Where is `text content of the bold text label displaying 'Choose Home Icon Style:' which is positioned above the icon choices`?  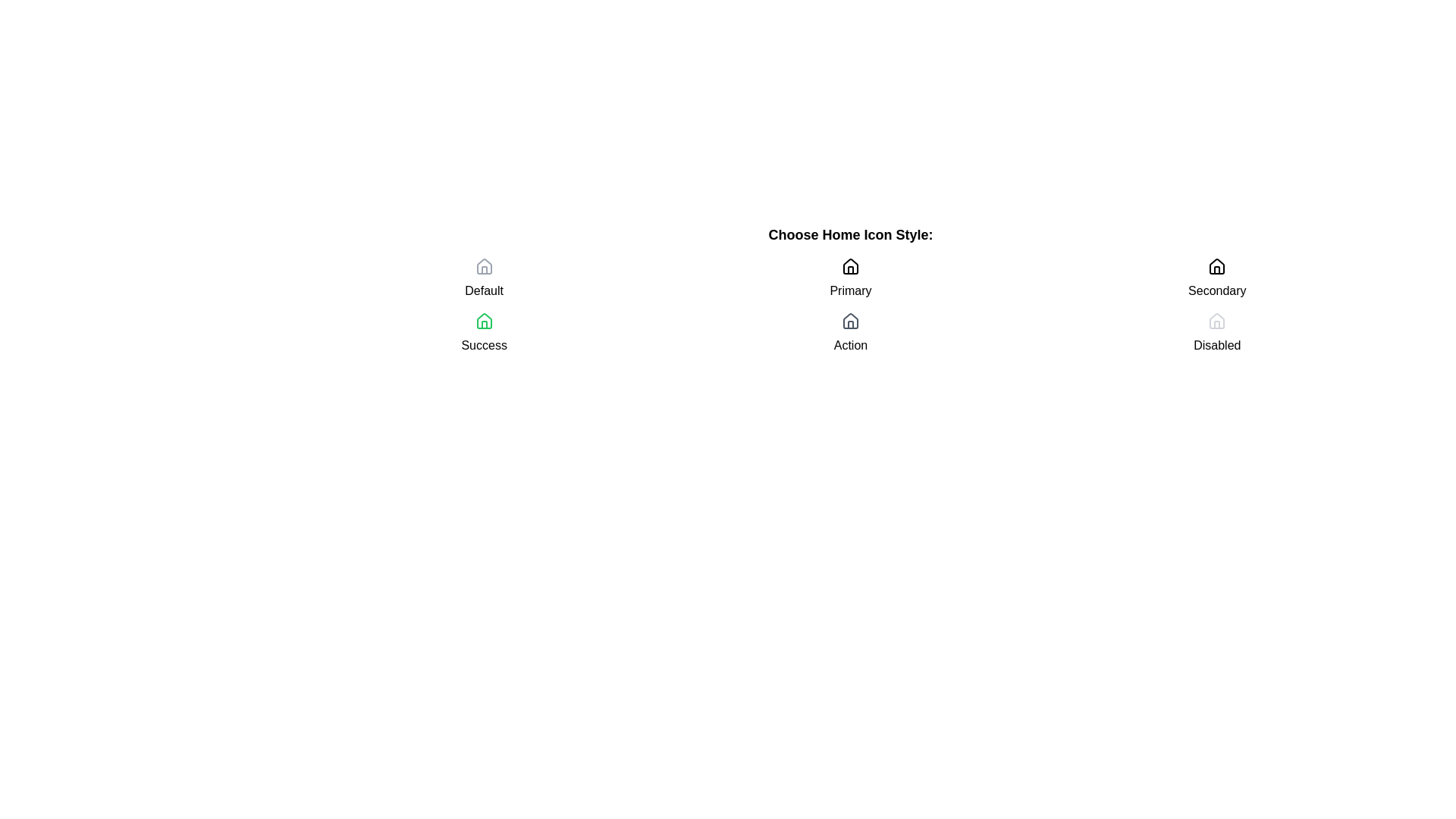
text content of the bold text label displaying 'Choose Home Icon Style:' which is positioned above the icon choices is located at coordinates (851, 234).